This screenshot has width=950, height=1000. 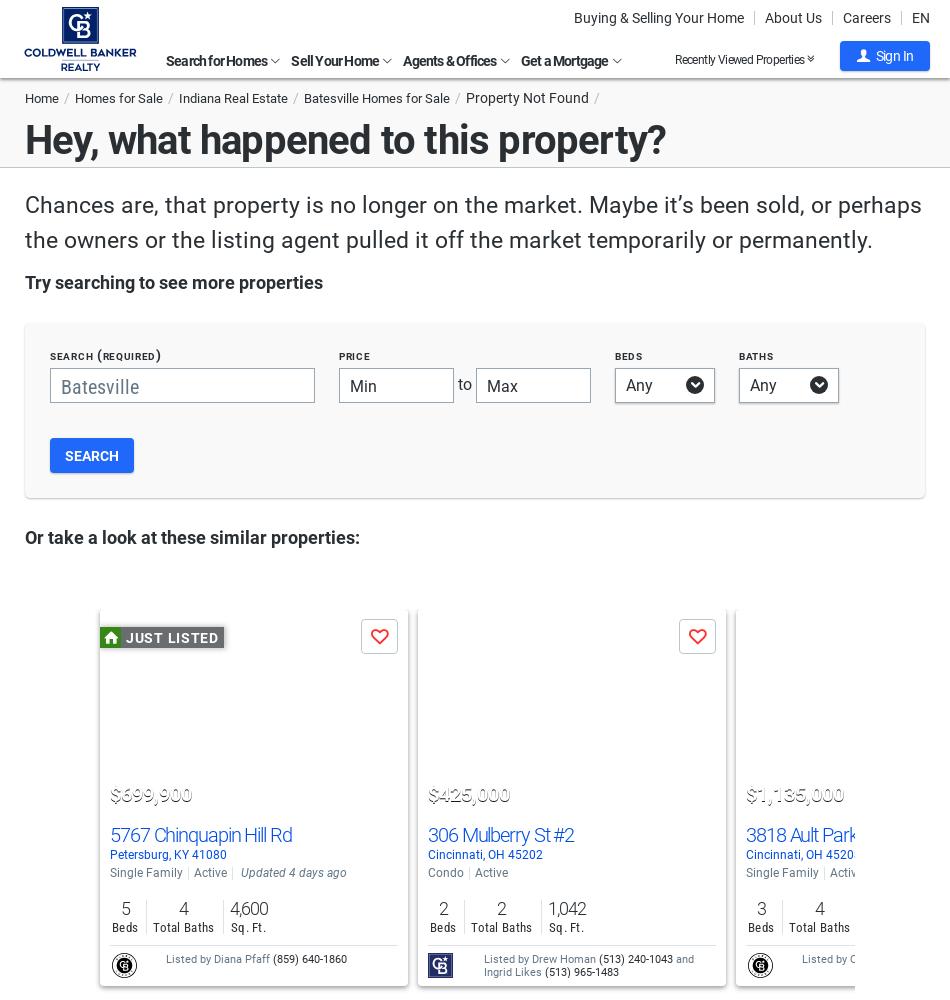 I want to click on 'Sign In', so click(x=874, y=56).